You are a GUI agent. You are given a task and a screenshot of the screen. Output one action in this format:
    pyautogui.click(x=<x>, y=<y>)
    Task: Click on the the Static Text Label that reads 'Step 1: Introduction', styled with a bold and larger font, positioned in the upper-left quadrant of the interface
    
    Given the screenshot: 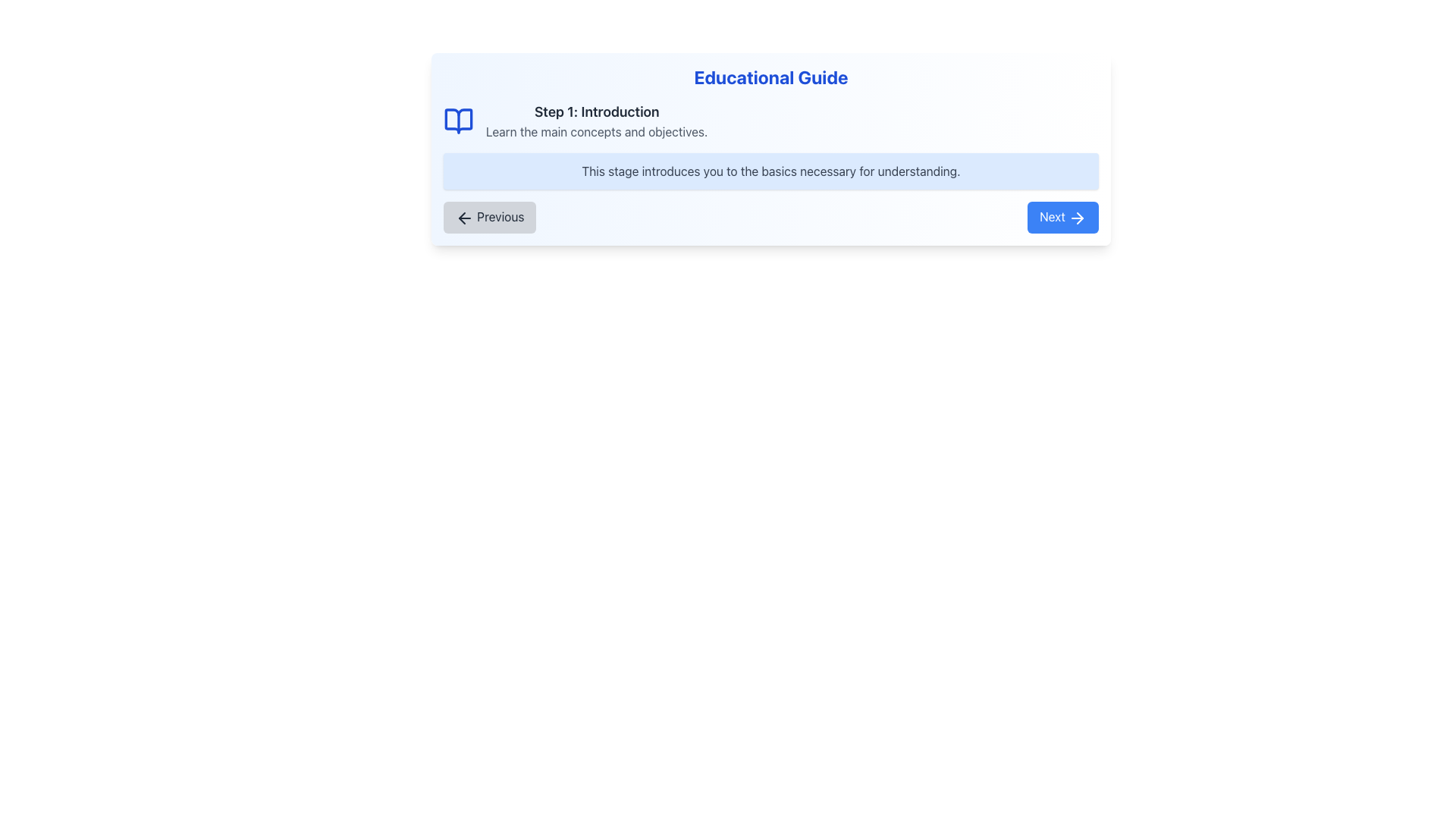 What is the action you would take?
    pyautogui.click(x=596, y=111)
    